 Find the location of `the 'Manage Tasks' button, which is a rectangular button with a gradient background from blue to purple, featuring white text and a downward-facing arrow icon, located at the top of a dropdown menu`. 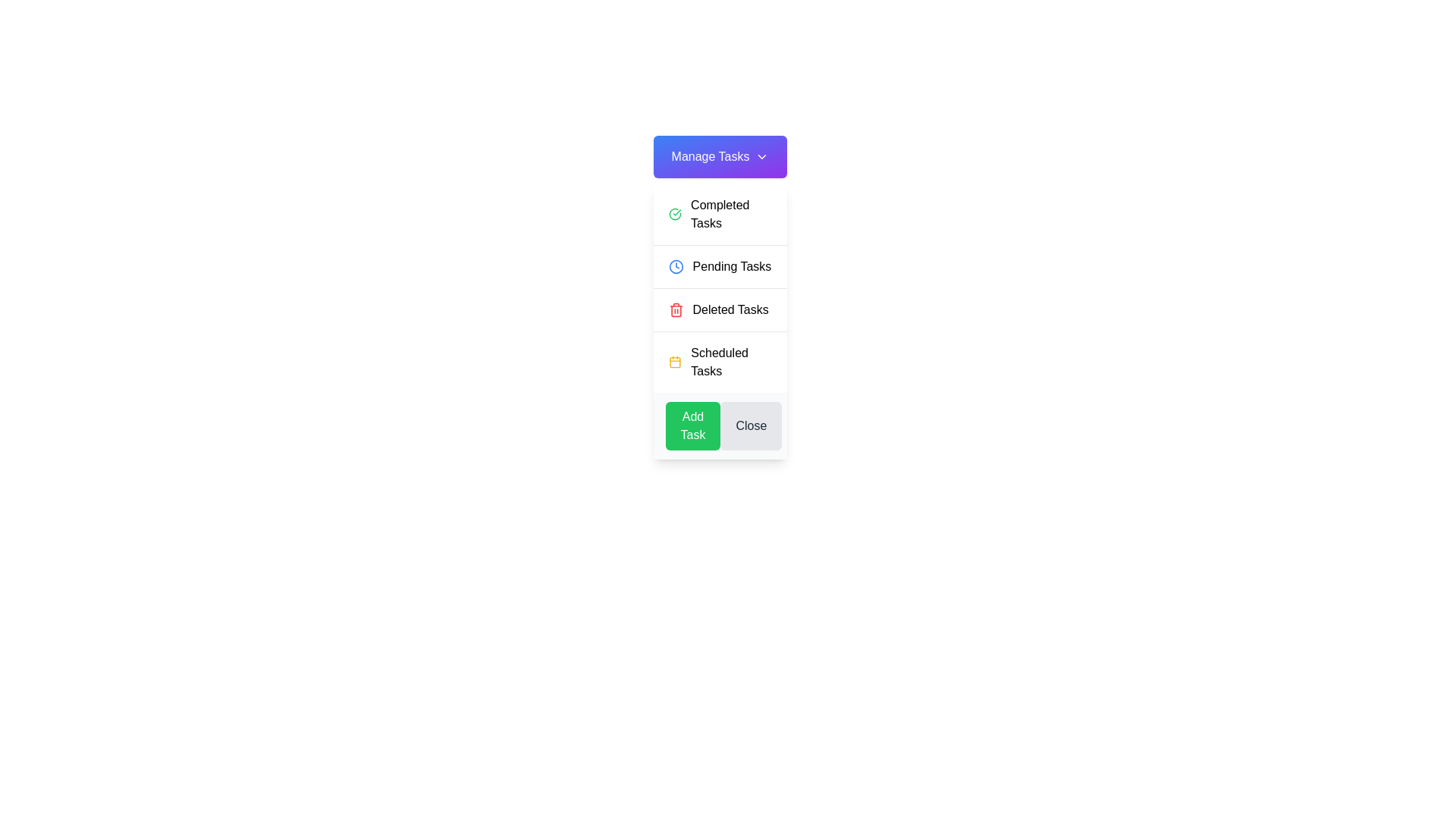

the 'Manage Tasks' button, which is a rectangular button with a gradient background from blue to purple, featuring white text and a downward-facing arrow icon, located at the top of a dropdown menu is located at coordinates (720, 157).